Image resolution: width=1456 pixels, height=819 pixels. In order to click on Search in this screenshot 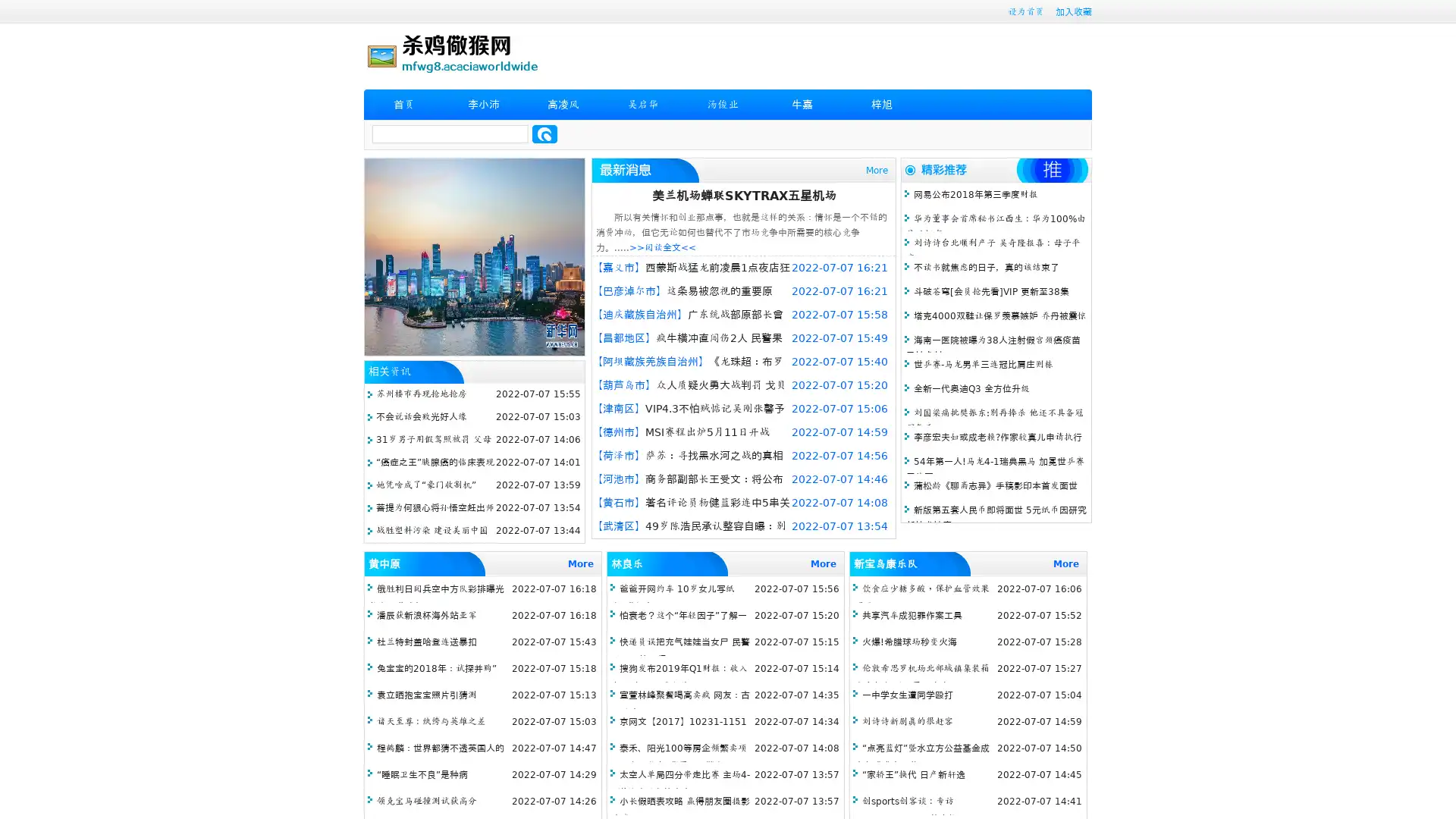, I will do `click(544, 133)`.